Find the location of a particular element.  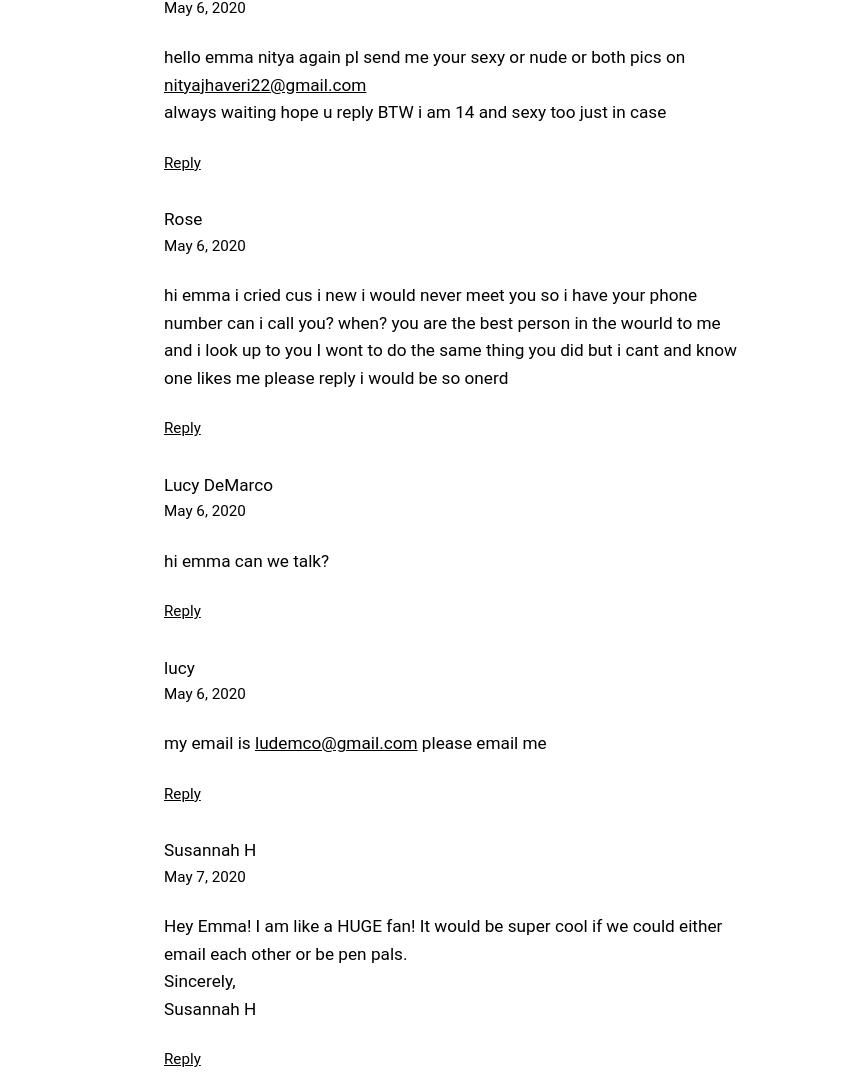

'May 7, 2020' is located at coordinates (203, 874).